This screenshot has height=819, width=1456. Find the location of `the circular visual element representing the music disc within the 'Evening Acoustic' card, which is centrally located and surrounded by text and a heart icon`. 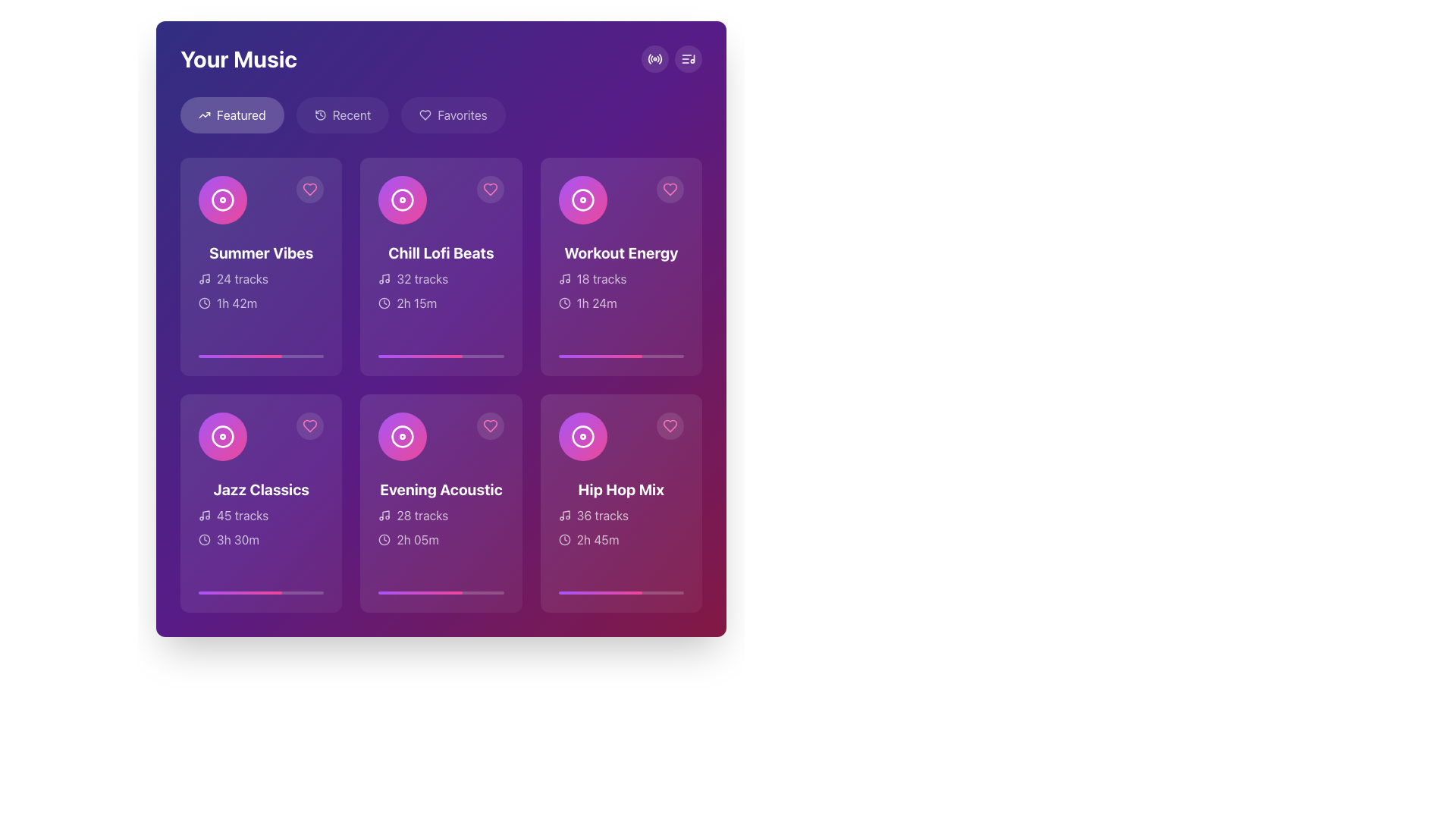

the circular visual element representing the music disc within the 'Evening Acoustic' card, which is centrally located and surrounded by text and a heart icon is located at coordinates (403, 436).